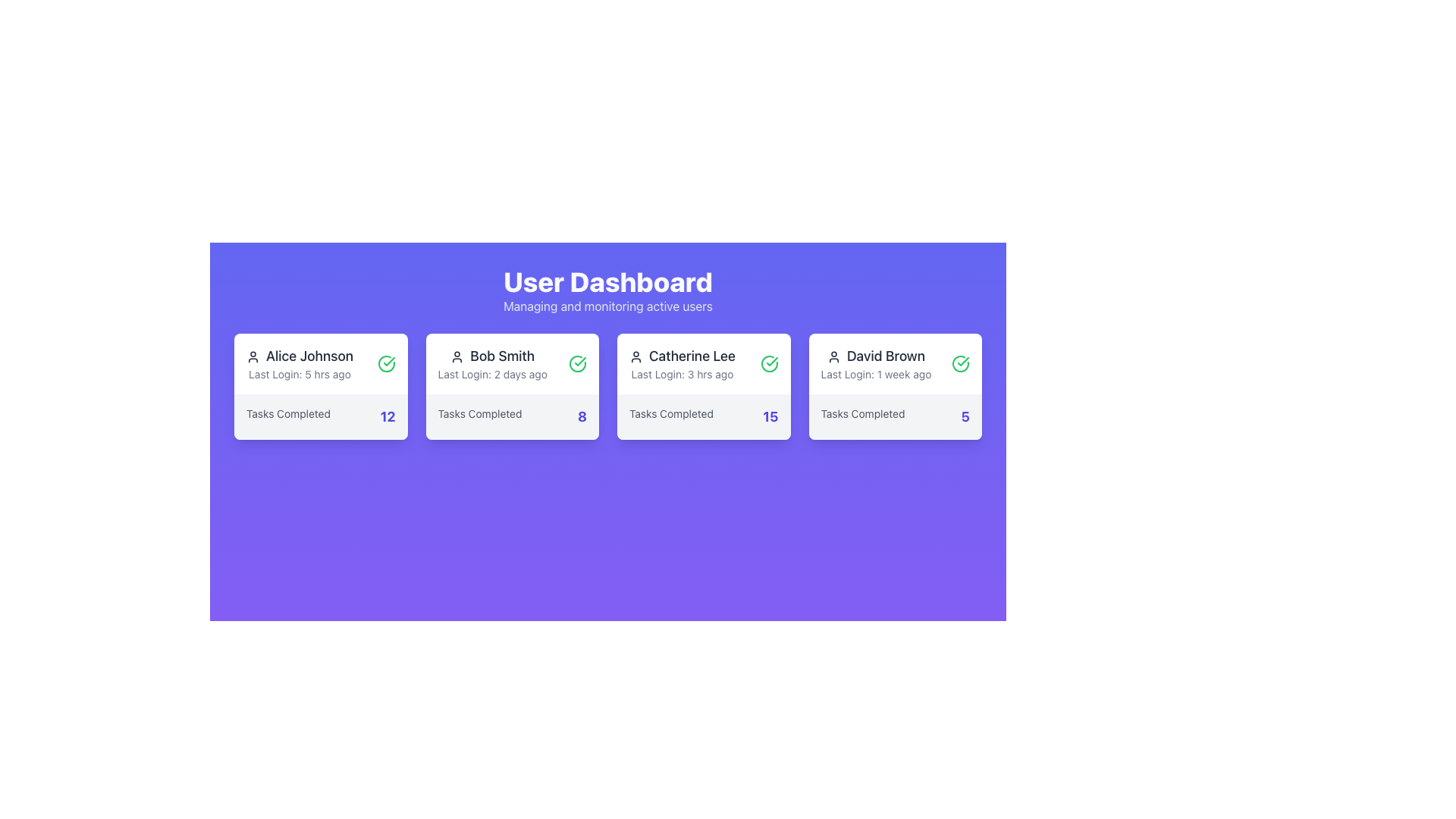 Image resolution: width=1456 pixels, height=819 pixels. What do you see at coordinates (300, 363) in the screenshot?
I see `the User information display block that shows 'Alice Johnson' with the profile icon on the left and 'Last Login: 5 hrs ago' below it` at bounding box center [300, 363].